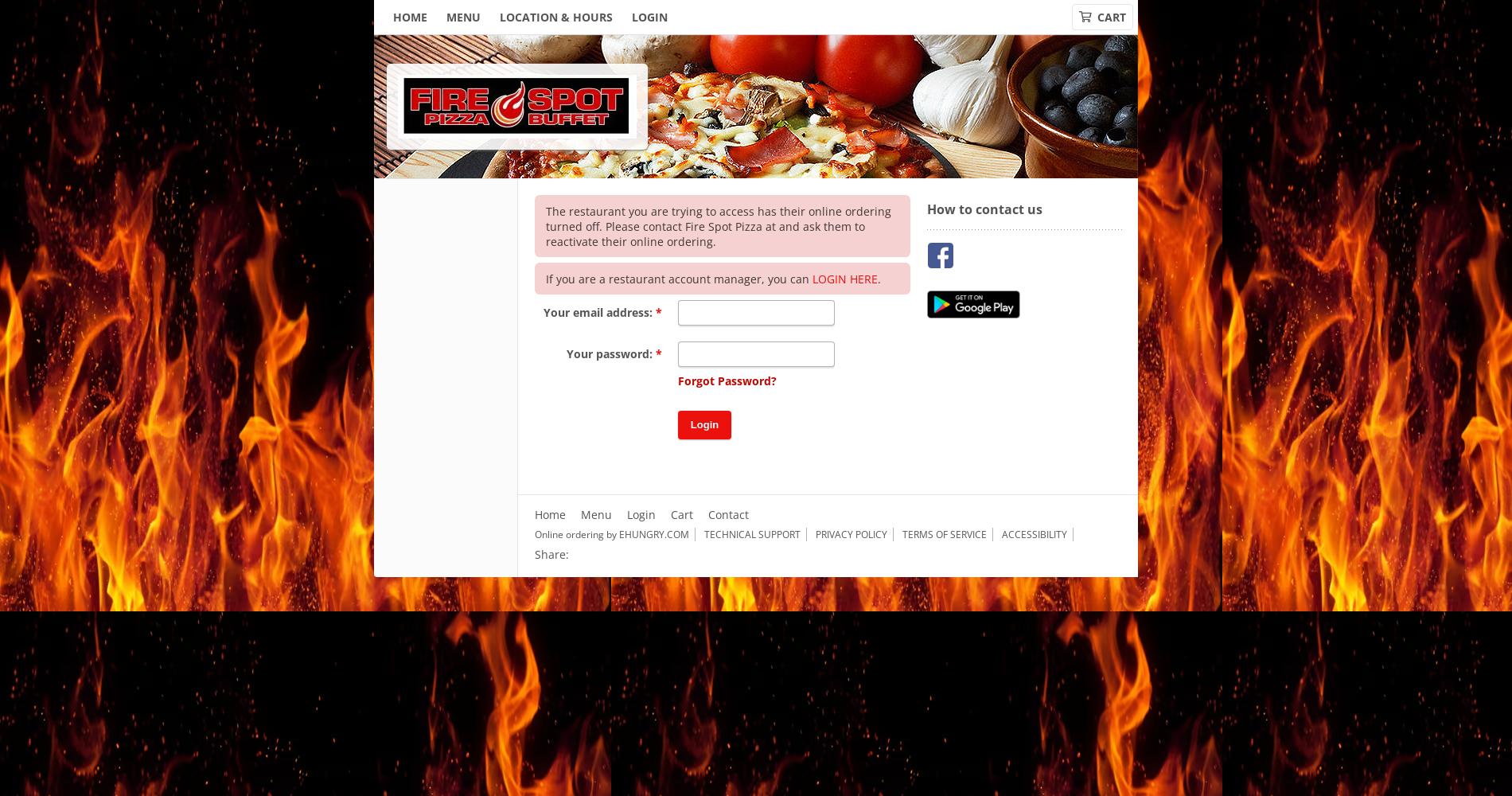 The width and height of the screenshot is (1512, 796). Describe the element at coordinates (556, 17) in the screenshot. I see `'Location & Hours'` at that location.